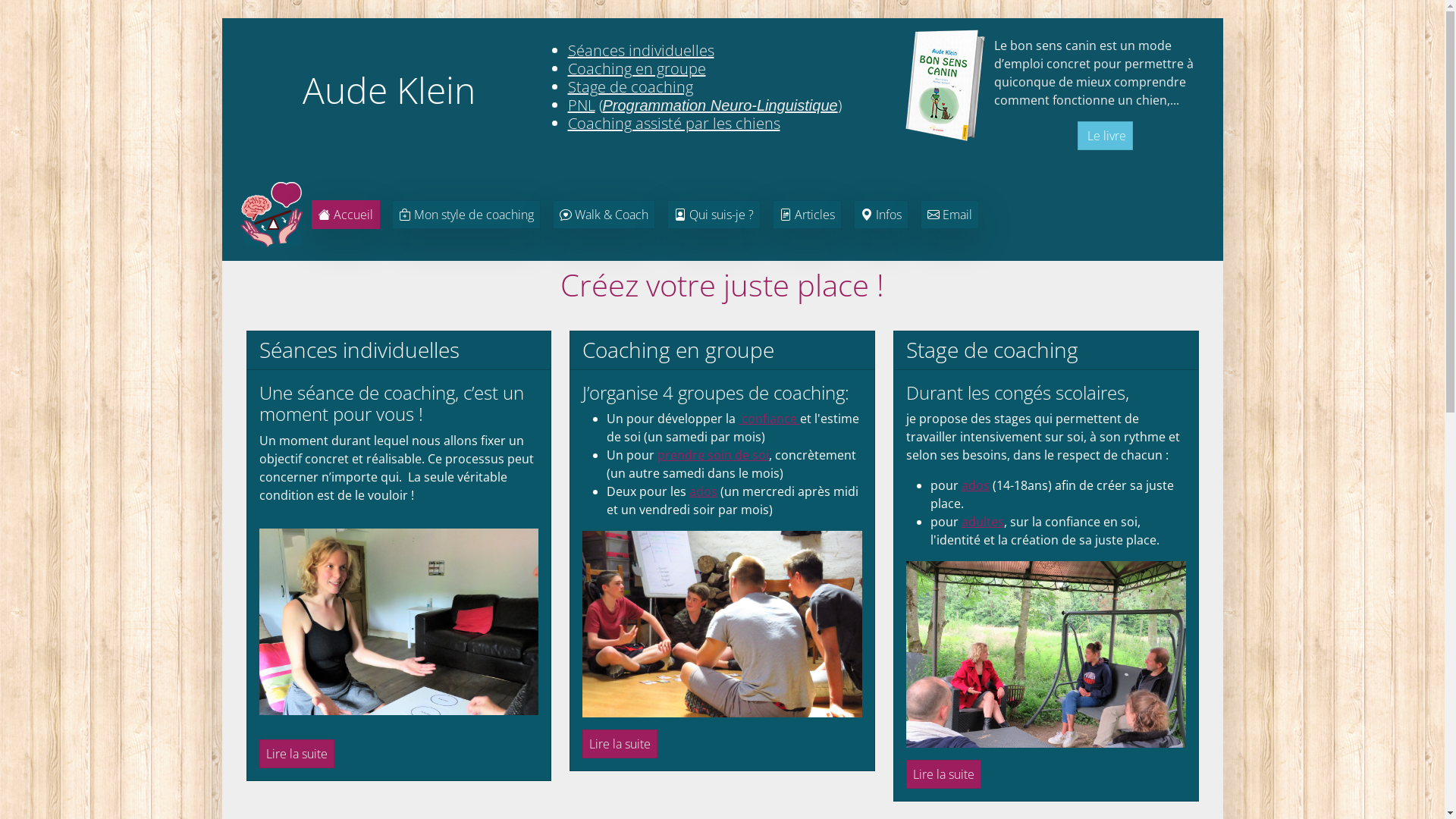 This screenshot has height=819, width=1456. Describe the element at coordinates (344, 214) in the screenshot. I see `'Accueil'` at that location.